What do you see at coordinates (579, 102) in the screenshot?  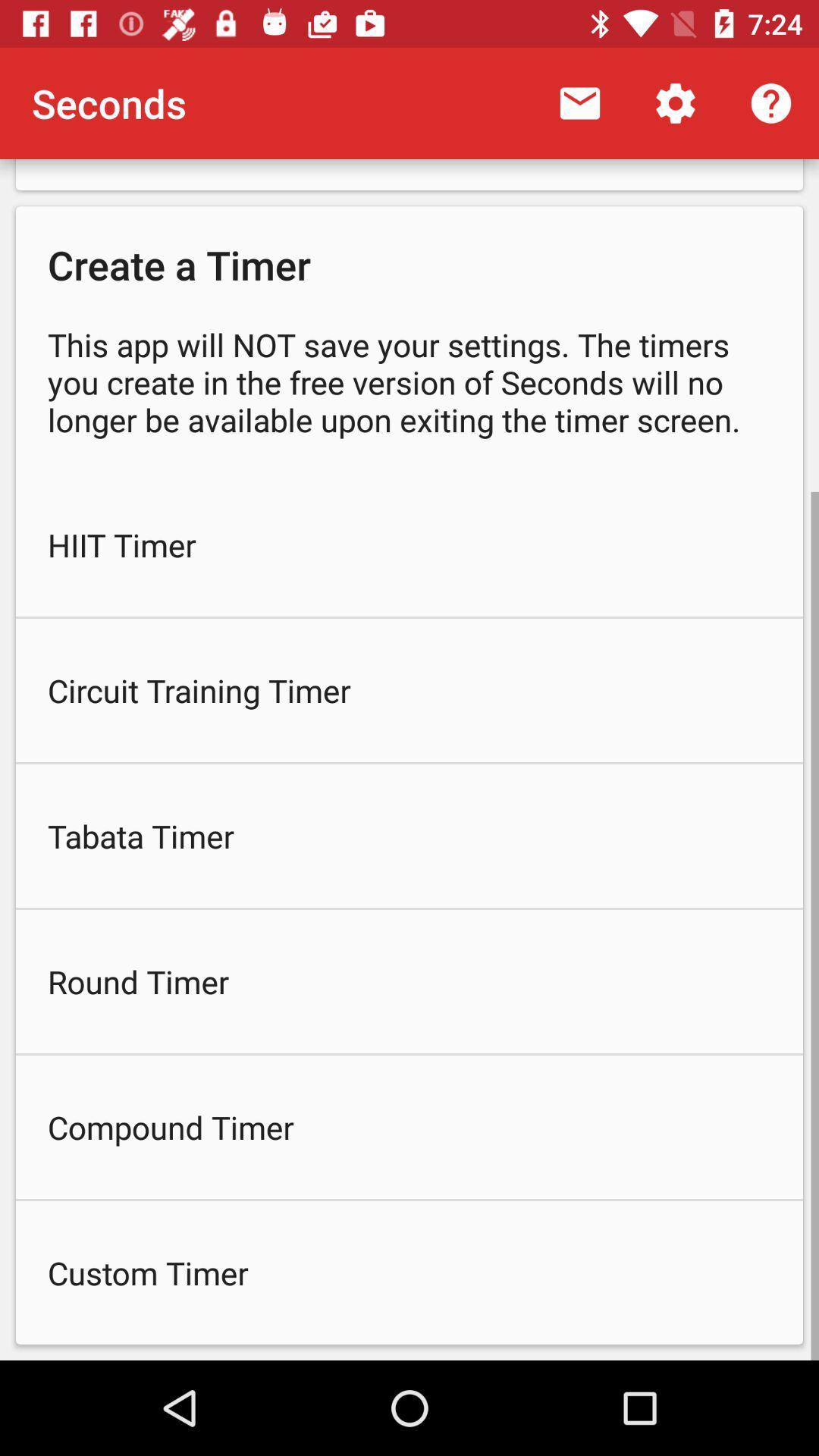 I see `icon above the create a timer item` at bounding box center [579, 102].